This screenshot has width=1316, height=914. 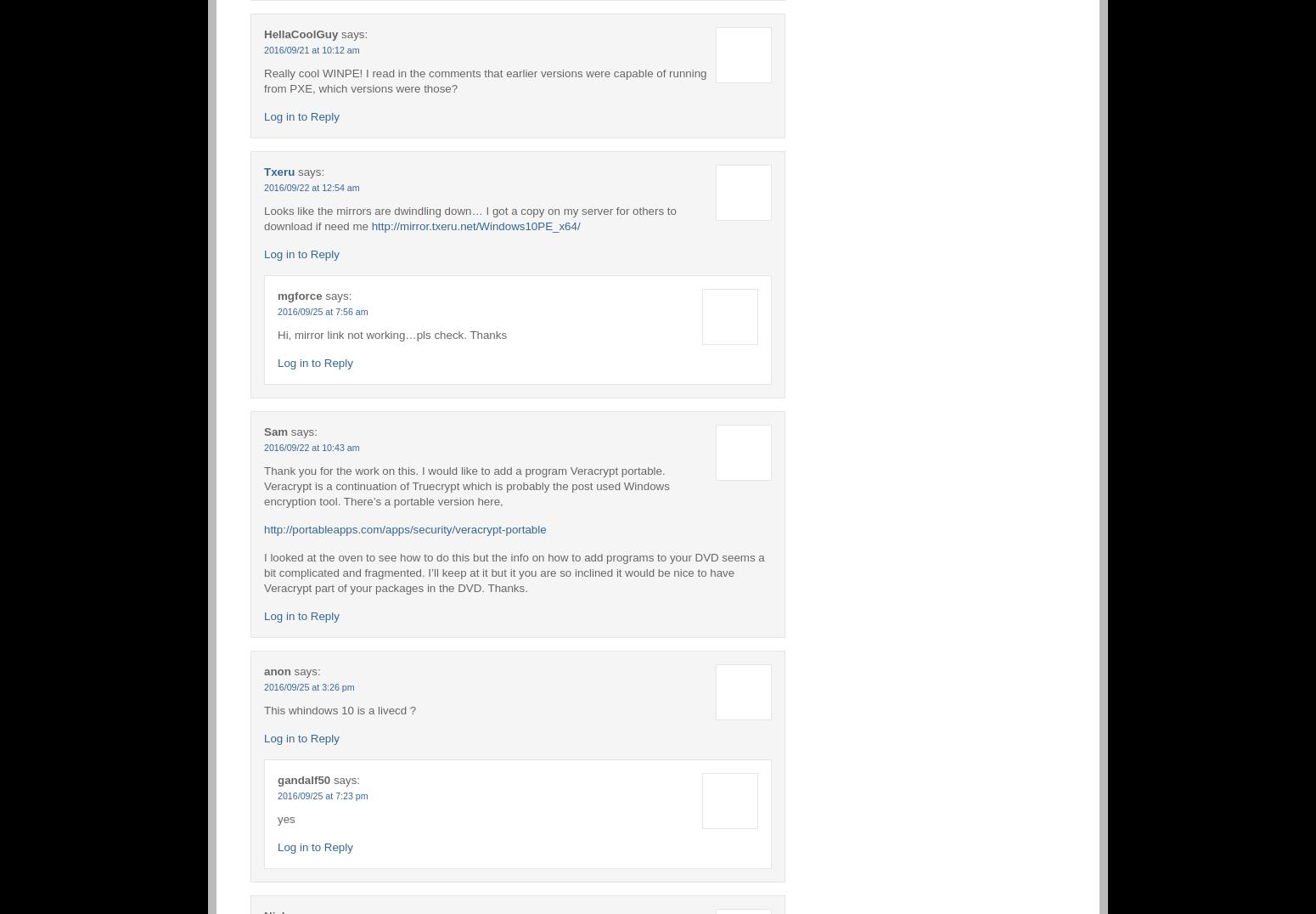 I want to click on 'http://mirror.txeru.net/Windows10PE_x64/', so click(x=475, y=225).